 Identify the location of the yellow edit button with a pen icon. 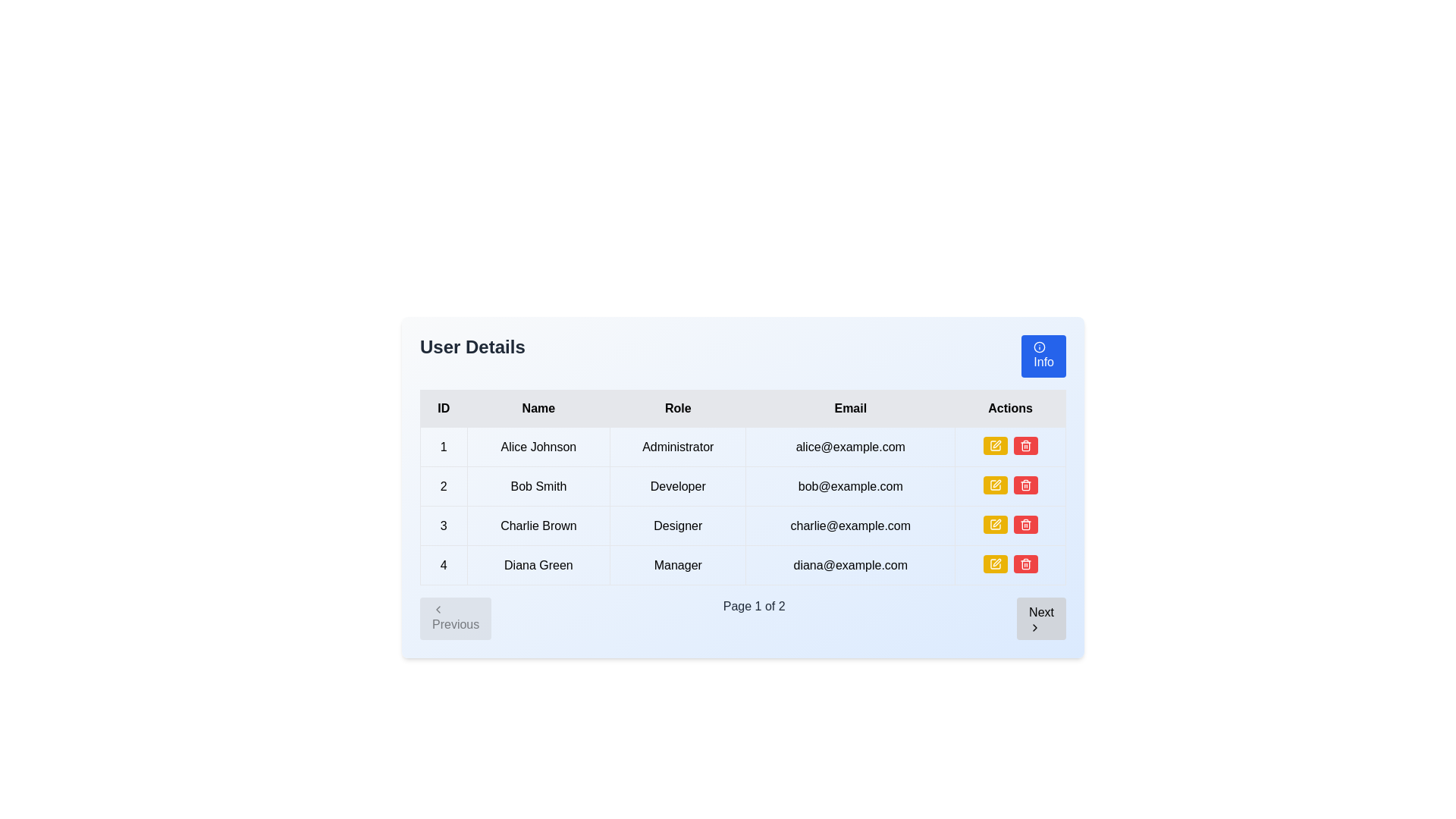
(995, 523).